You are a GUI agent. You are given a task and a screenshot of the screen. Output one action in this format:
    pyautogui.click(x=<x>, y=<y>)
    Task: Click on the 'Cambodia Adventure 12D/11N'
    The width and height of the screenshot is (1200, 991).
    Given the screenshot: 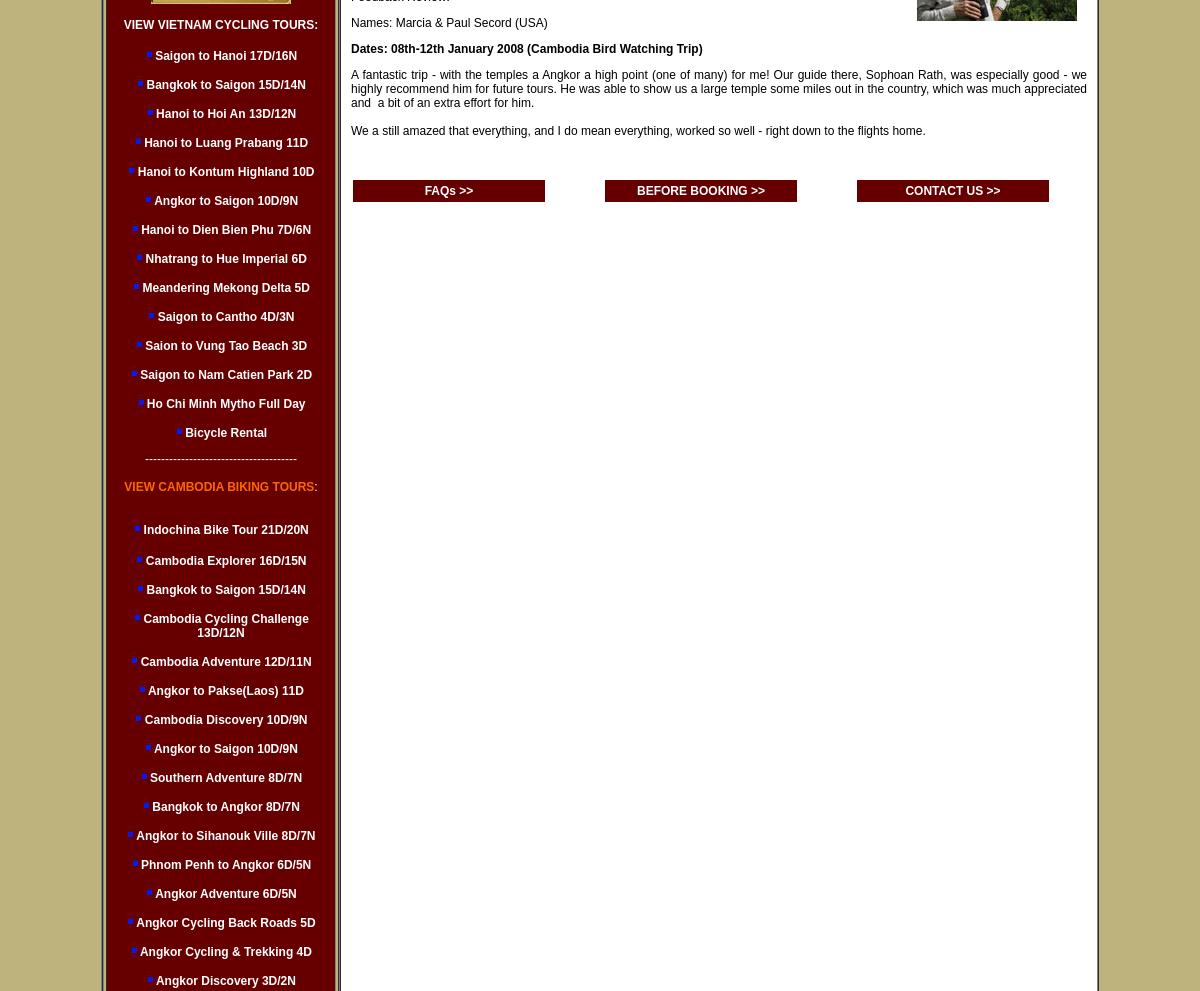 What is the action you would take?
    pyautogui.click(x=223, y=660)
    